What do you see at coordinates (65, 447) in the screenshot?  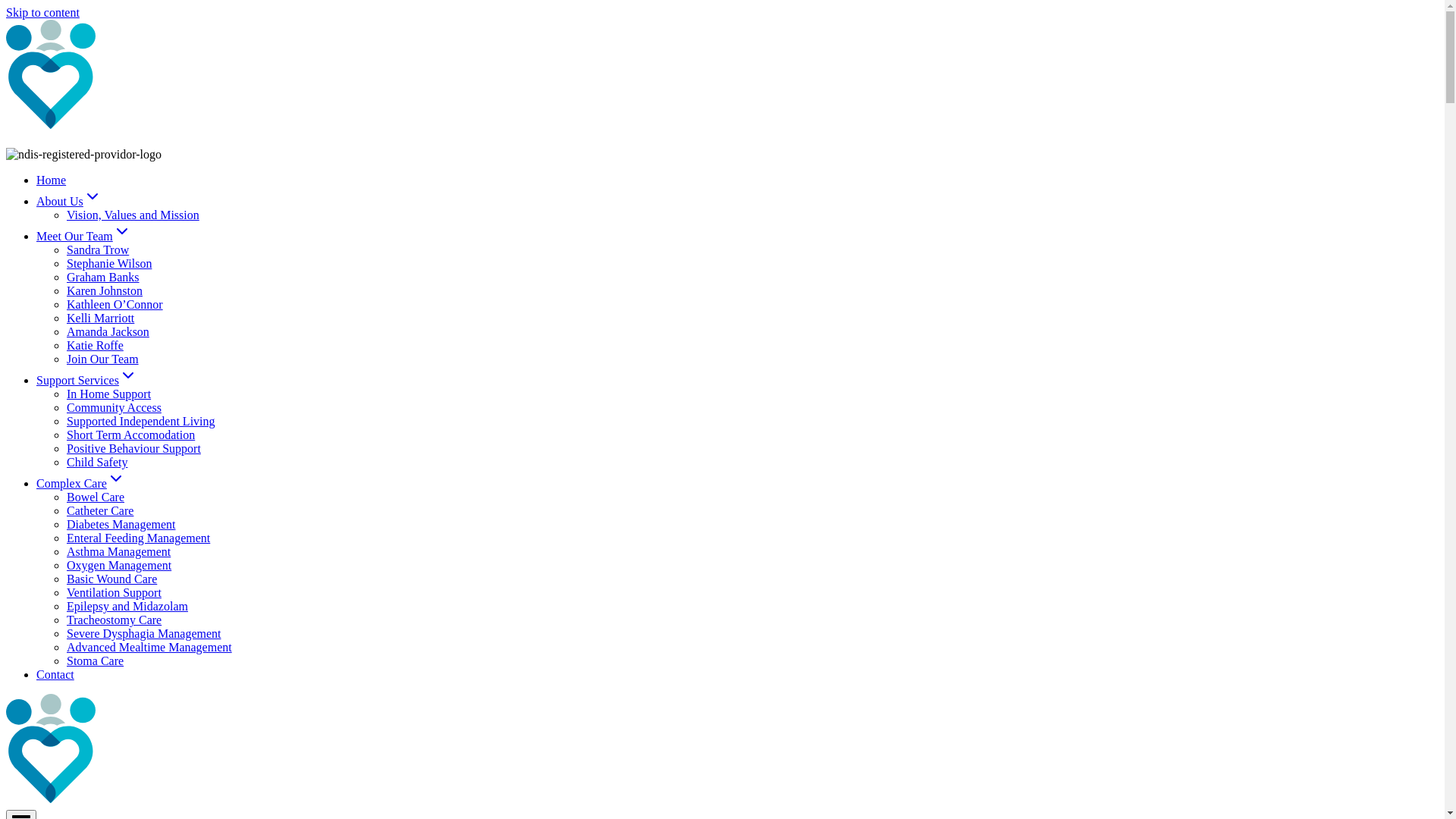 I see `'Positive Behaviour Support'` at bounding box center [65, 447].